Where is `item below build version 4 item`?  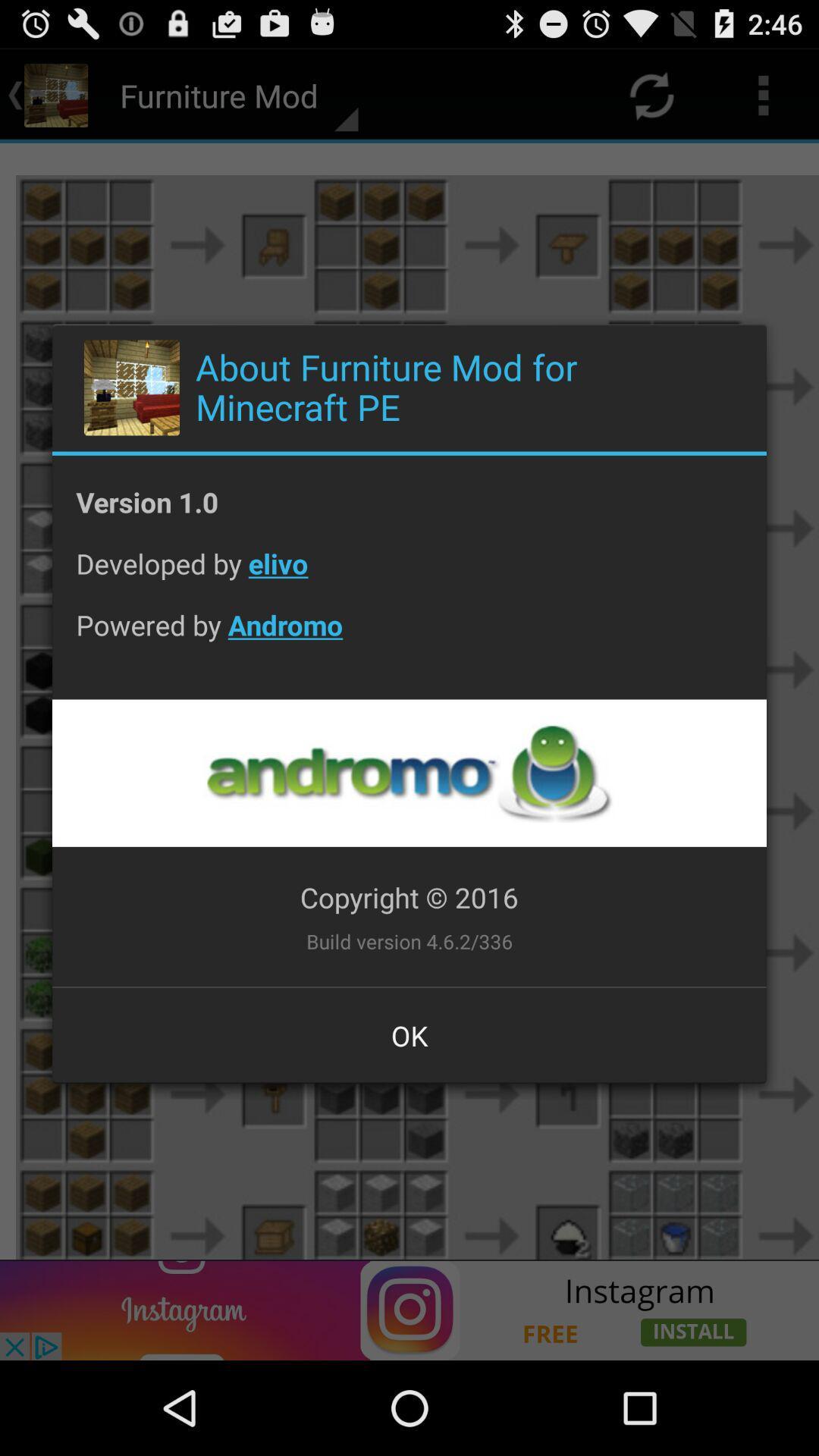 item below build version 4 item is located at coordinates (409, 1034).